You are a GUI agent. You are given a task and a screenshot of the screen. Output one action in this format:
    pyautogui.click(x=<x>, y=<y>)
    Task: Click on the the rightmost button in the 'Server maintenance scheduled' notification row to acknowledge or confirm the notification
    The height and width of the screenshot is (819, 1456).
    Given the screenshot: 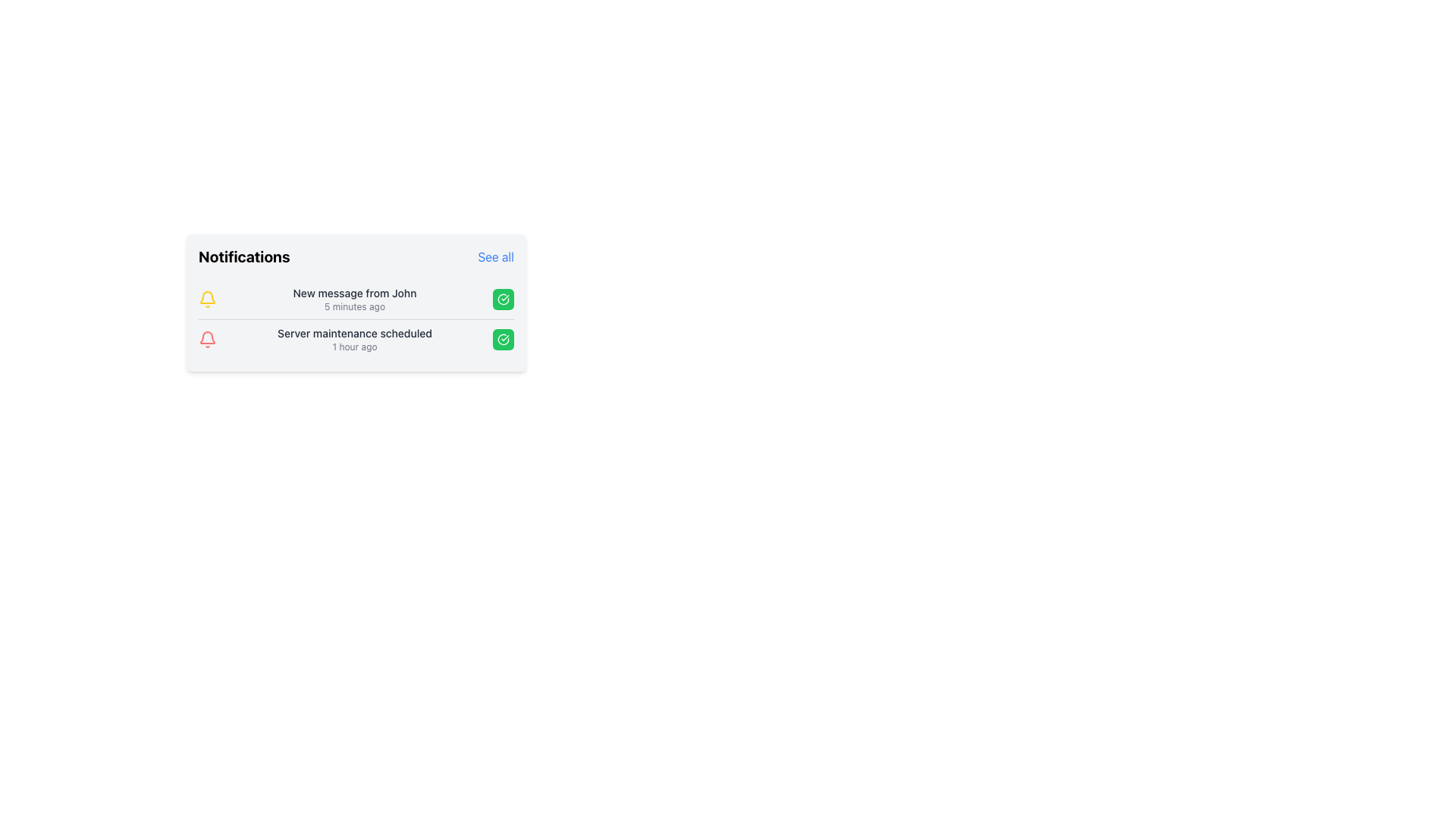 What is the action you would take?
    pyautogui.click(x=503, y=338)
    